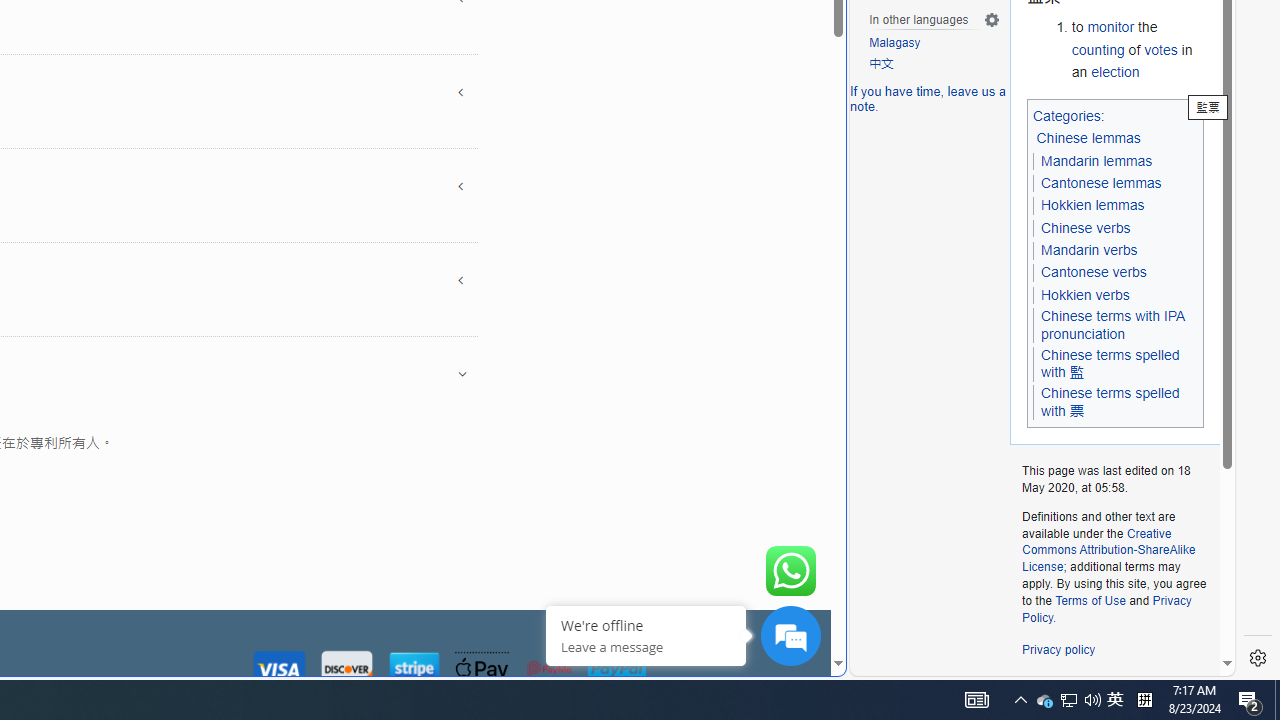 This screenshot has height=720, width=1280. Describe the element at coordinates (1084, 294) in the screenshot. I see `'Hokkien verbs'` at that location.